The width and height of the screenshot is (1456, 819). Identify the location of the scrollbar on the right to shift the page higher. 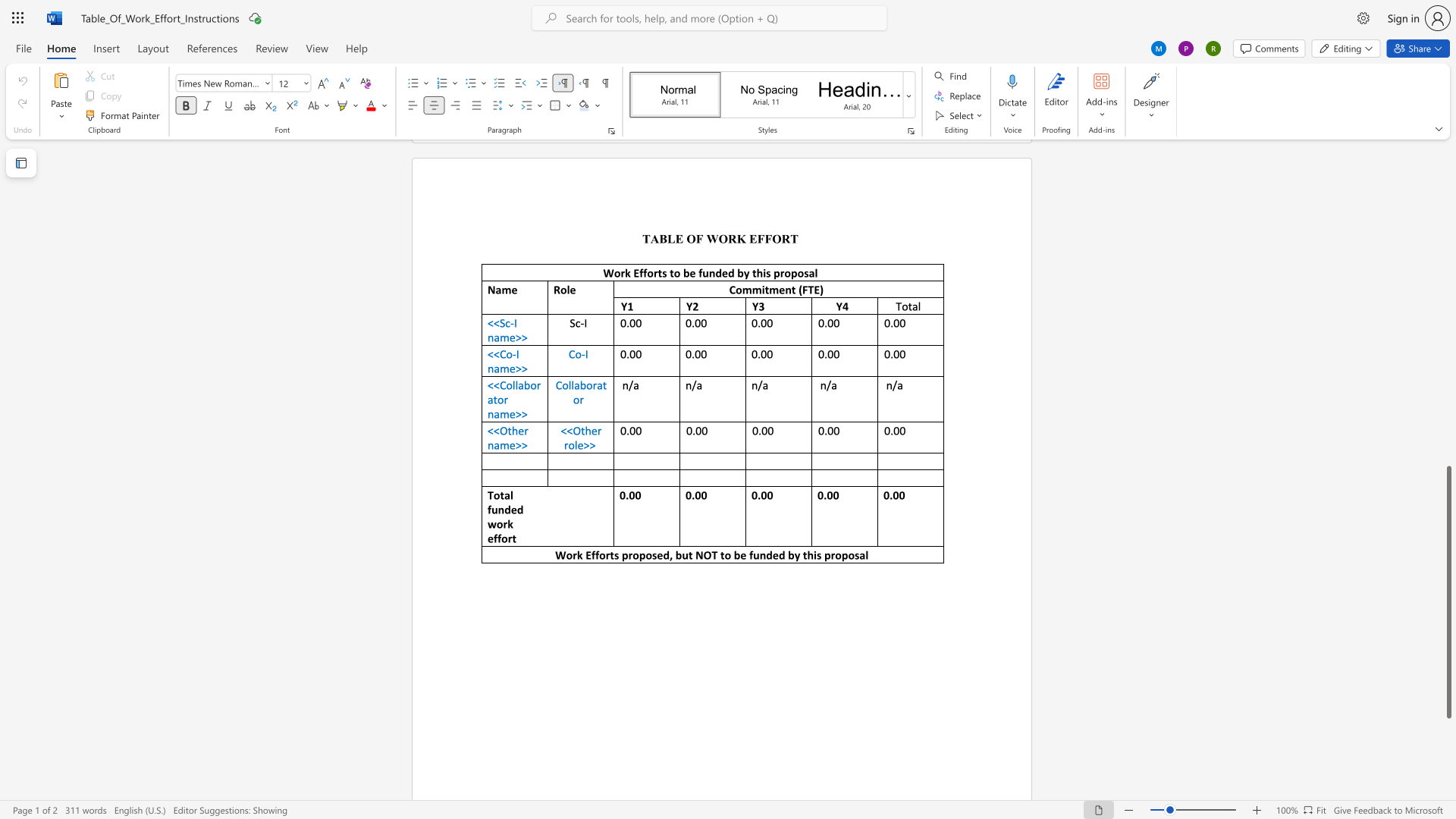
(1448, 332).